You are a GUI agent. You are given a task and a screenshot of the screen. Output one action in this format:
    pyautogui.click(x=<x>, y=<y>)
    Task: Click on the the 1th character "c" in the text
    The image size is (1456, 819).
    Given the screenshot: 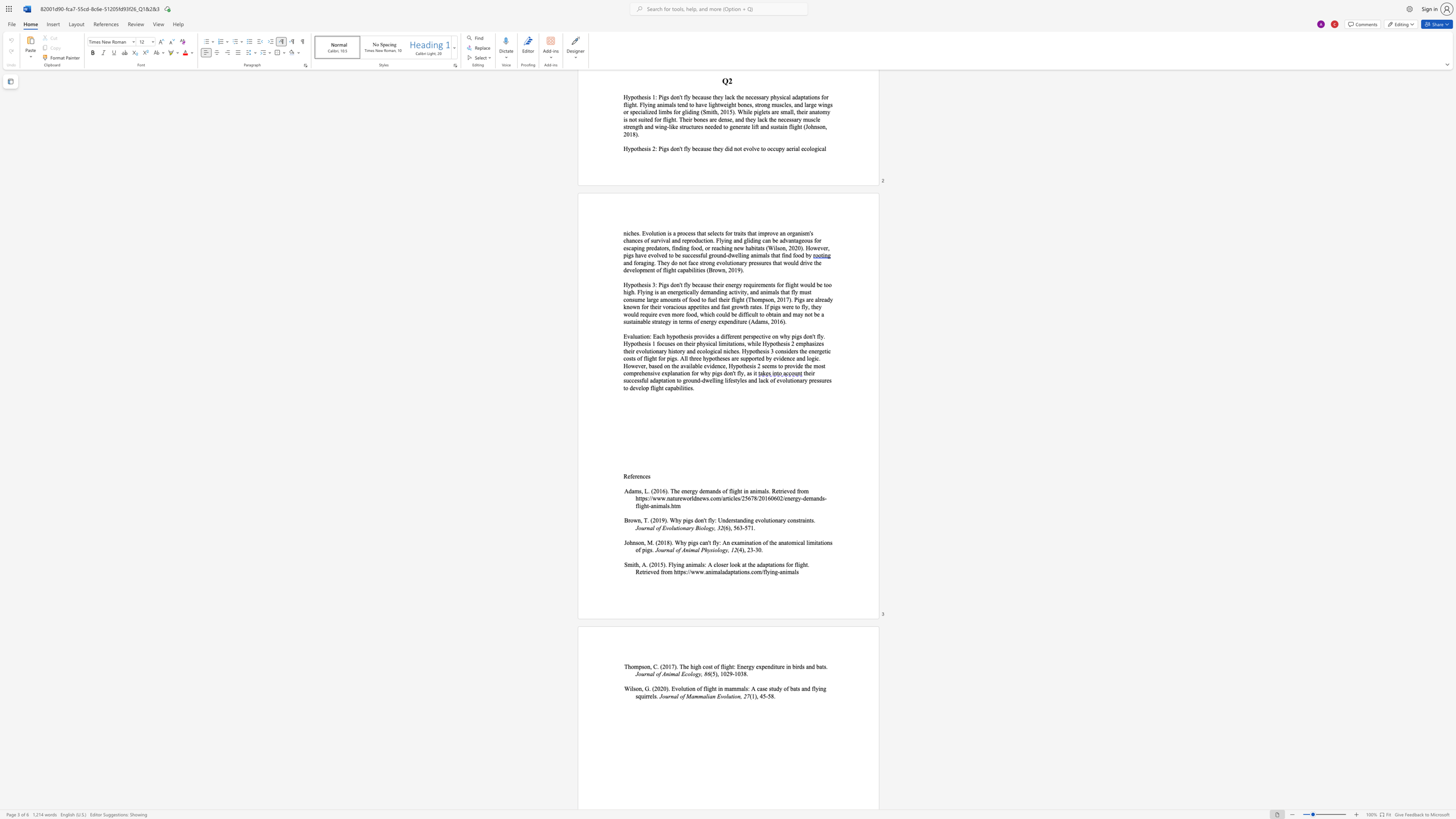 What is the action you would take?
    pyautogui.click(x=643, y=476)
    